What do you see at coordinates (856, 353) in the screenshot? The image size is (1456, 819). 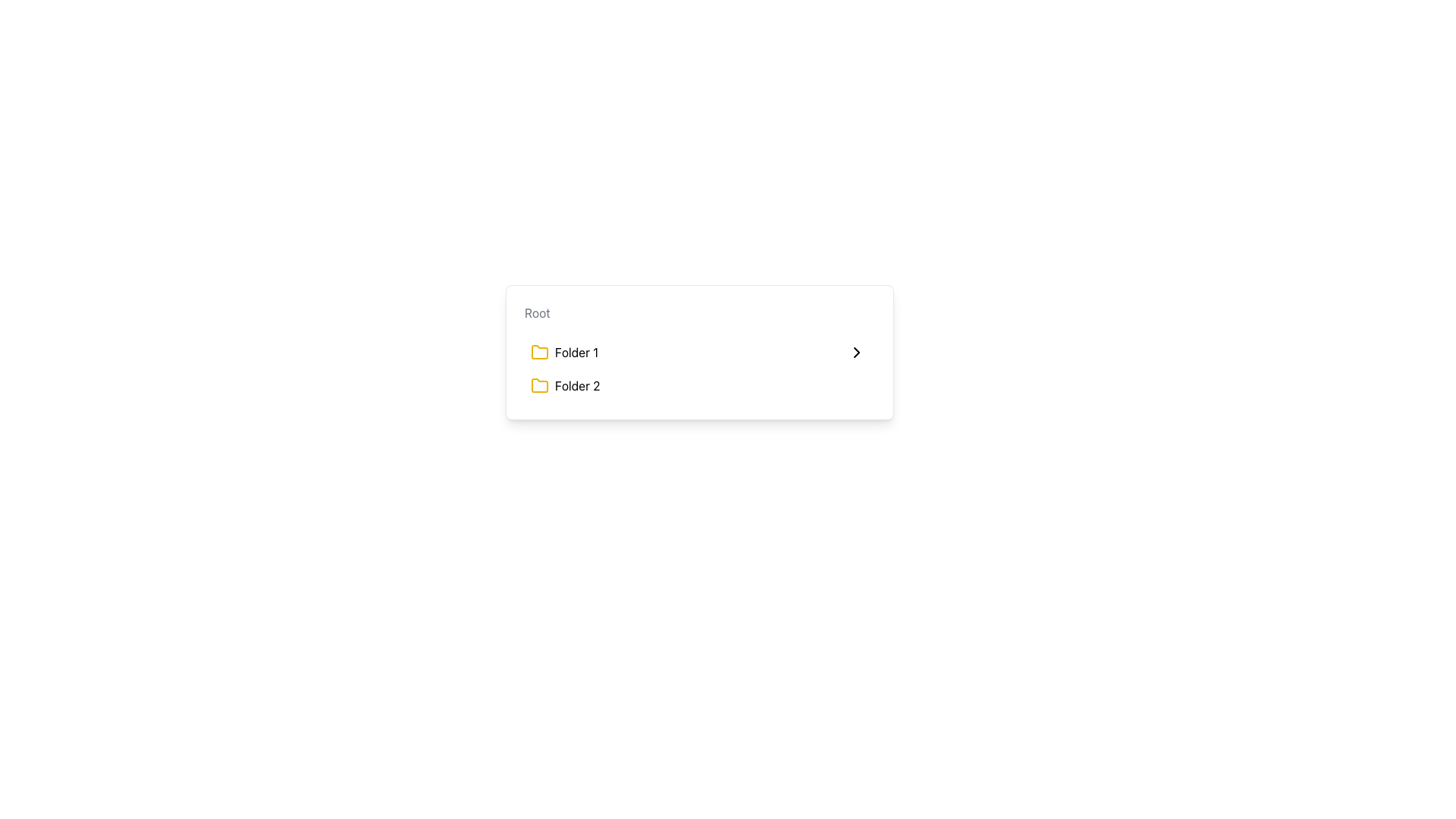 I see `the right-pointing chevron icon` at bounding box center [856, 353].